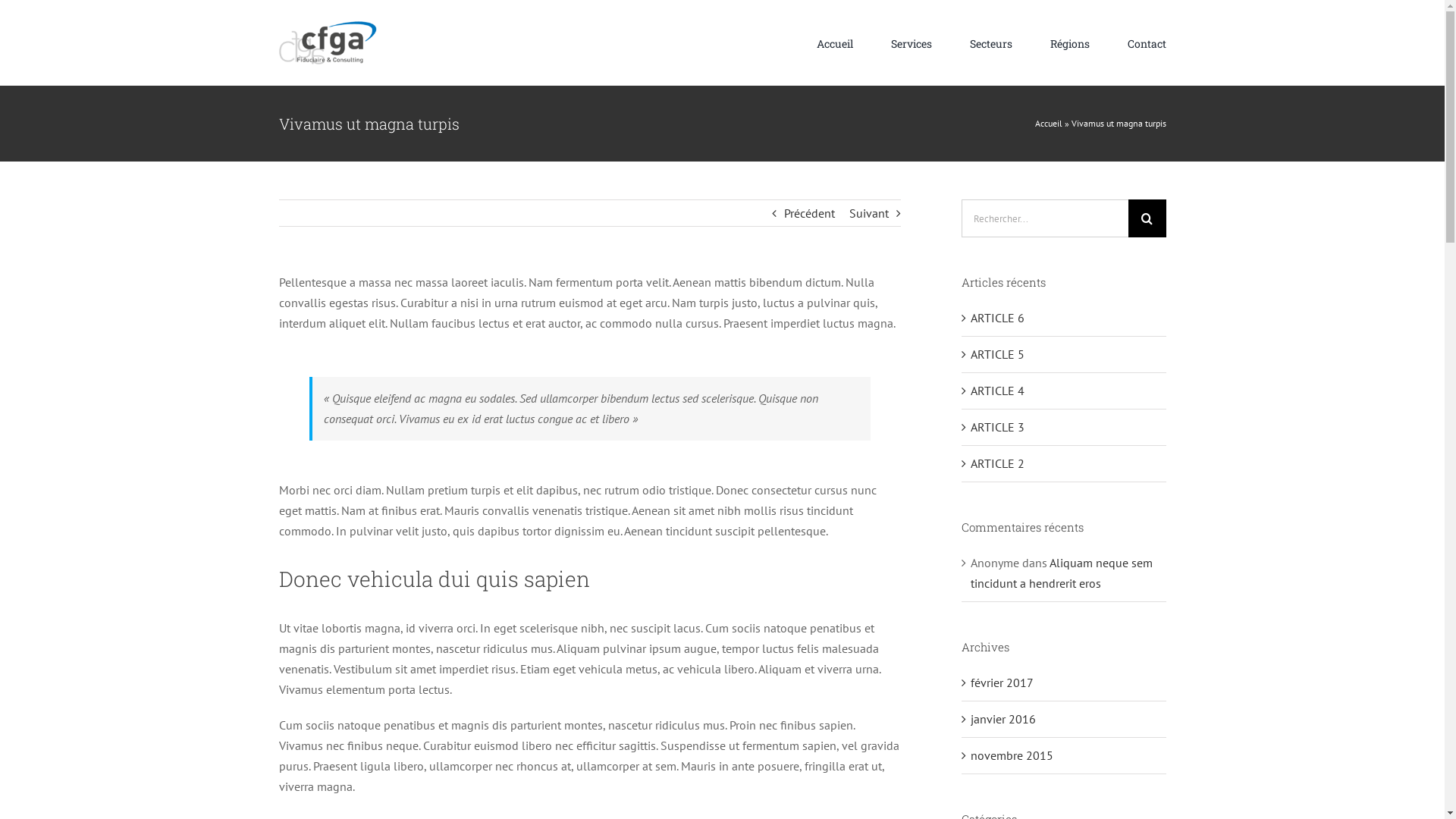 The width and height of the screenshot is (1456, 819). What do you see at coordinates (968, 42) in the screenshot?
I see `'Secteurs'` at bounding box center [968, 42].